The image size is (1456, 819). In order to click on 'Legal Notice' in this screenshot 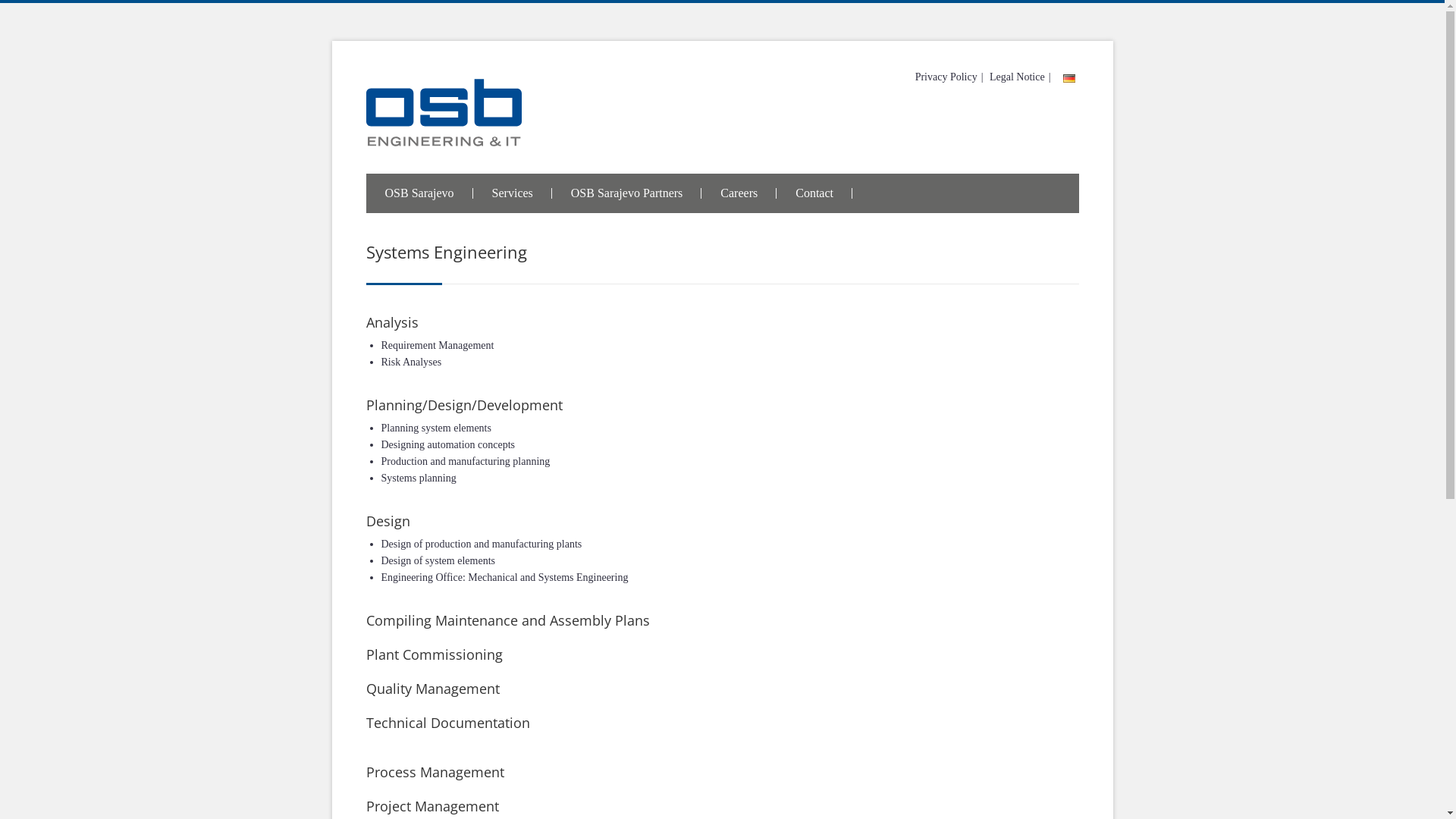, I will do `click(1017, 77)`.